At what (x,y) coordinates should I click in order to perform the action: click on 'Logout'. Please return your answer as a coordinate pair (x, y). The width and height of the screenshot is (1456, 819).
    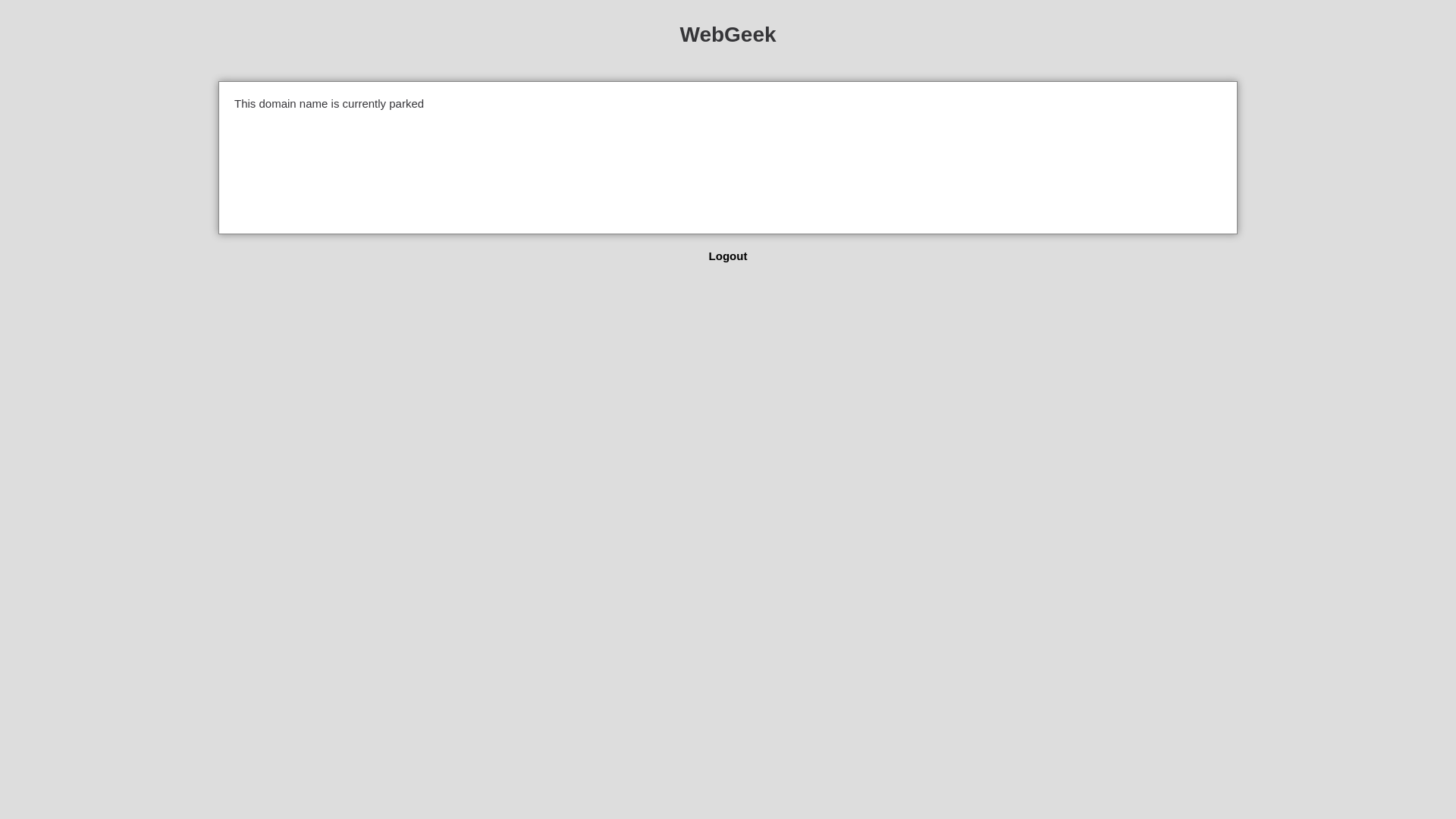
    Looking at the image, I should click on (708, 255).